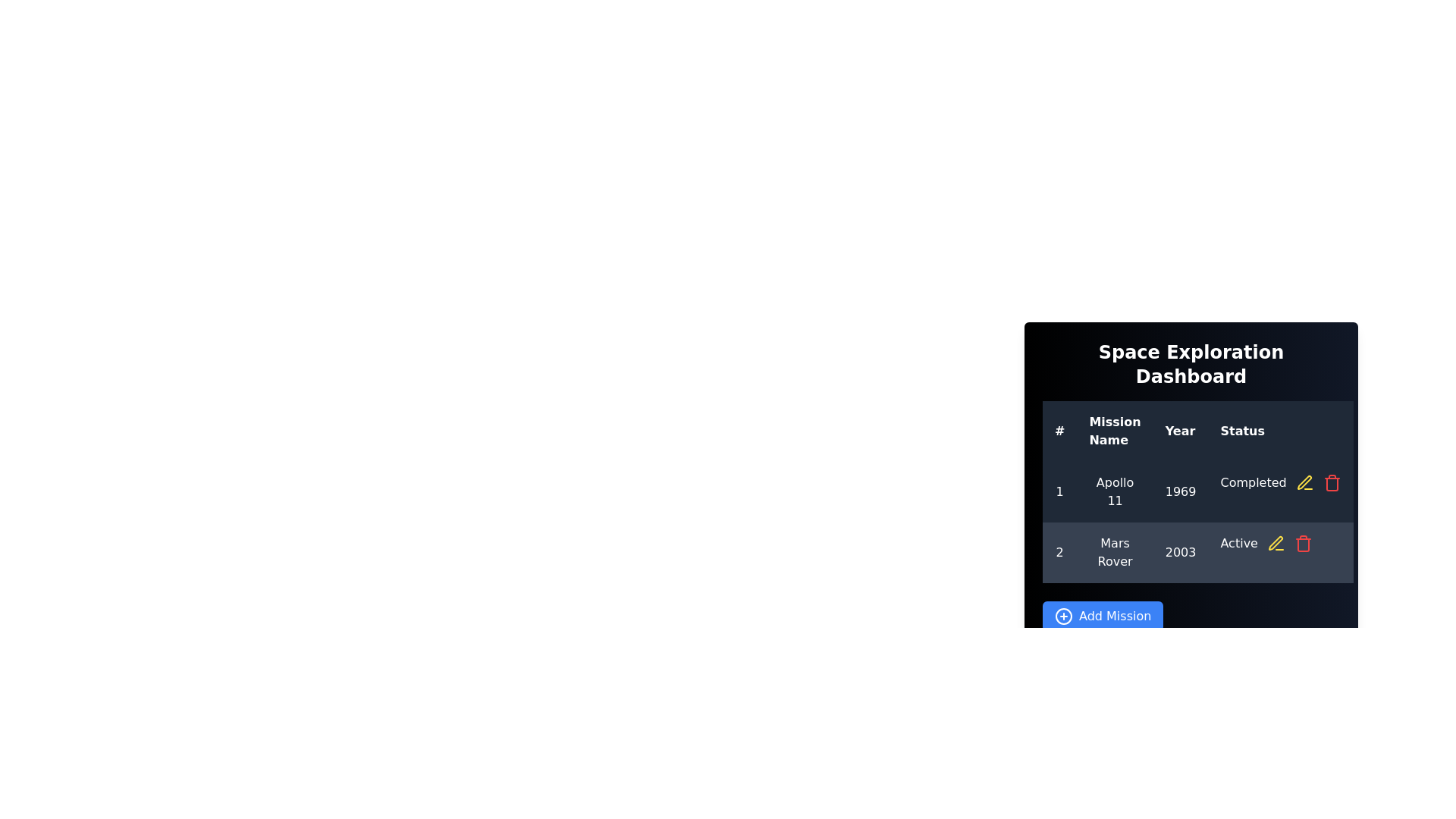 The height and width of the screenshot is (819, 1456). I want to click on the circular plus icon located within the blue 'Add Mission' button, so click(1062, 617).